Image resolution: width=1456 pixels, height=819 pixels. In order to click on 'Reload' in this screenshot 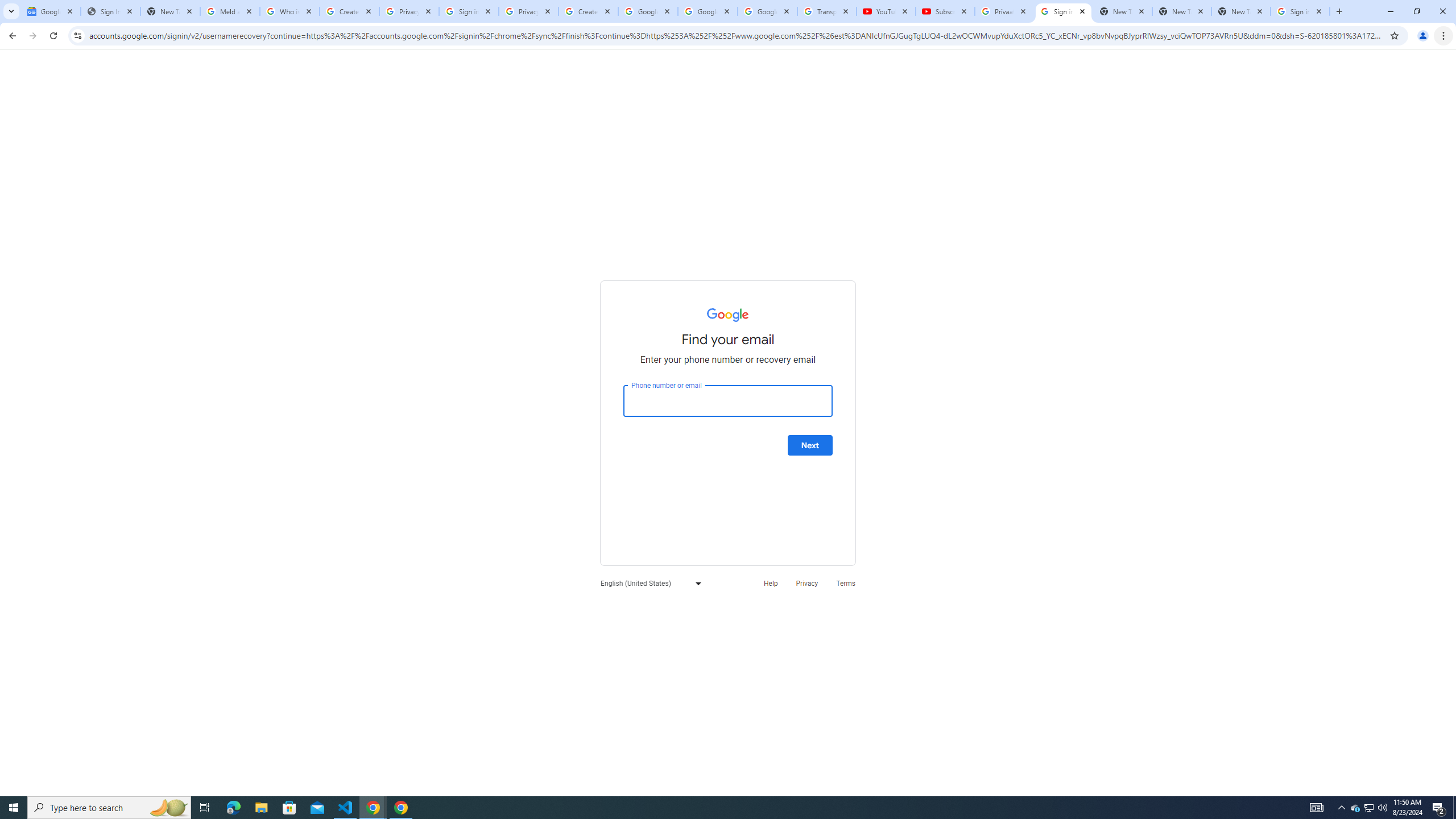, I will do `click(53, 35)`.